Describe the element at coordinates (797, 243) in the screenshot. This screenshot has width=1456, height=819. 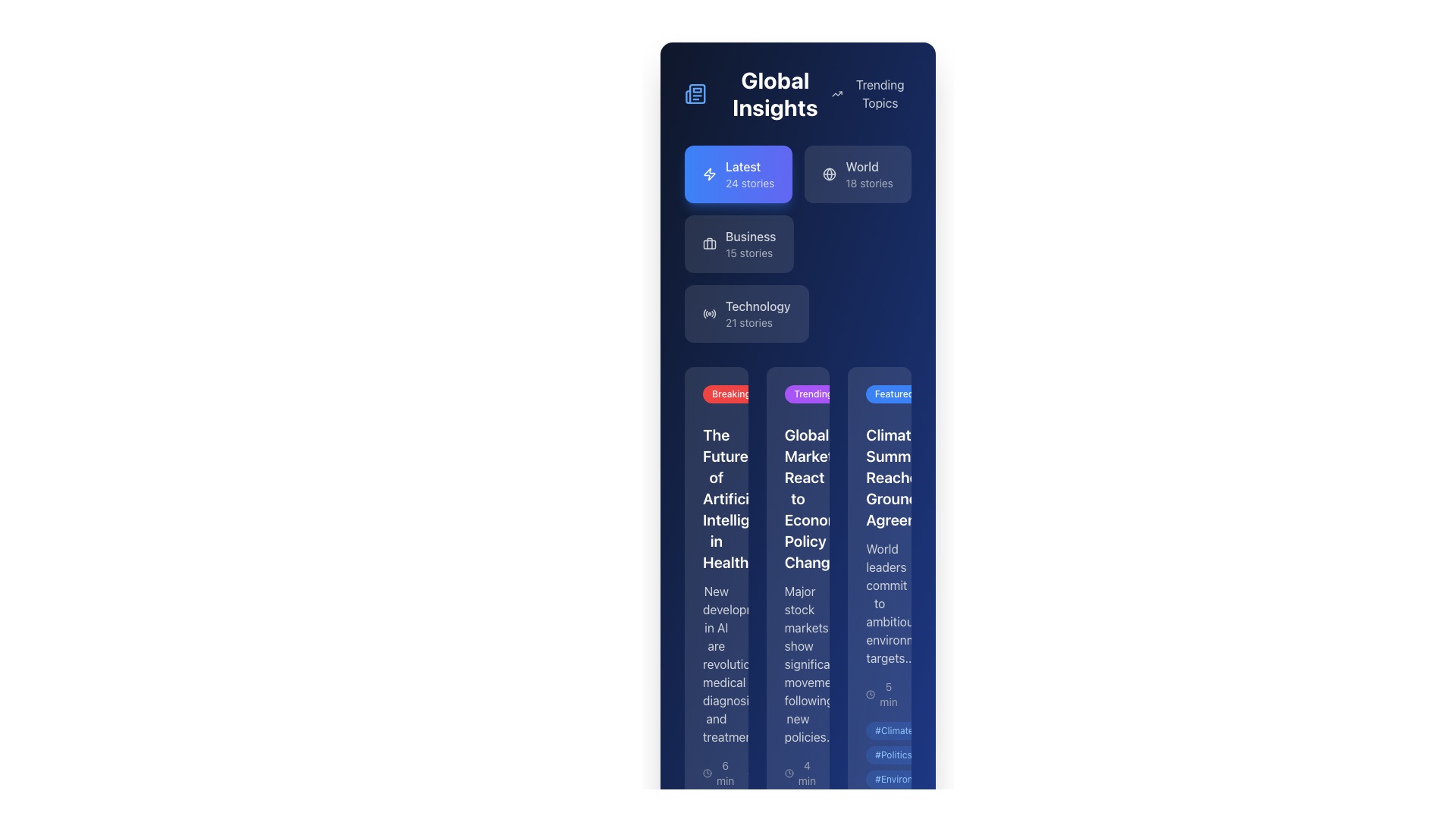
I see `the interactive card within the 'Global Insights' section` at that location.